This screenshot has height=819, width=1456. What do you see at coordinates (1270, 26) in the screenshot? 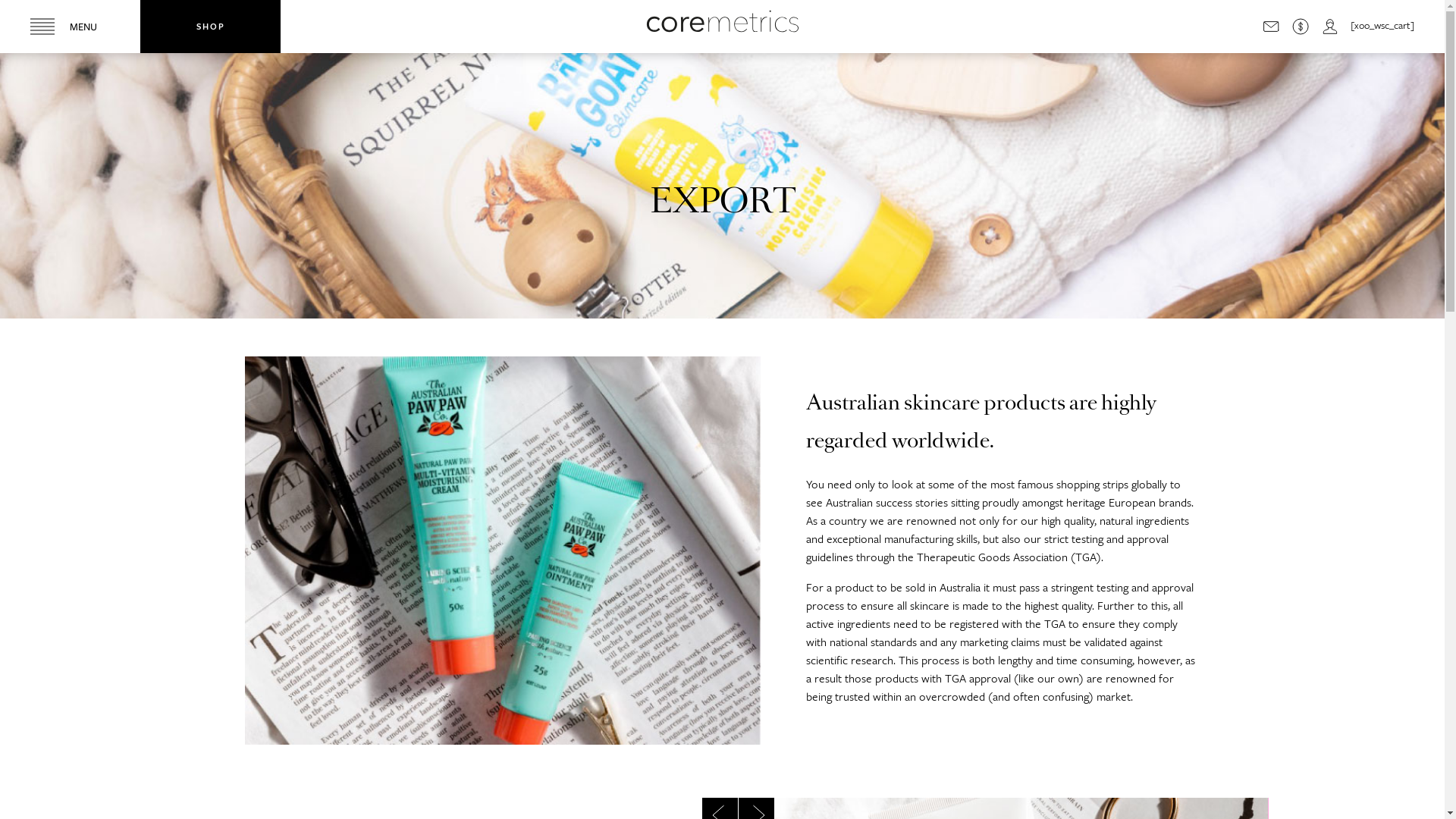
I see `'Contact'` at bounding box center [1270, 26].